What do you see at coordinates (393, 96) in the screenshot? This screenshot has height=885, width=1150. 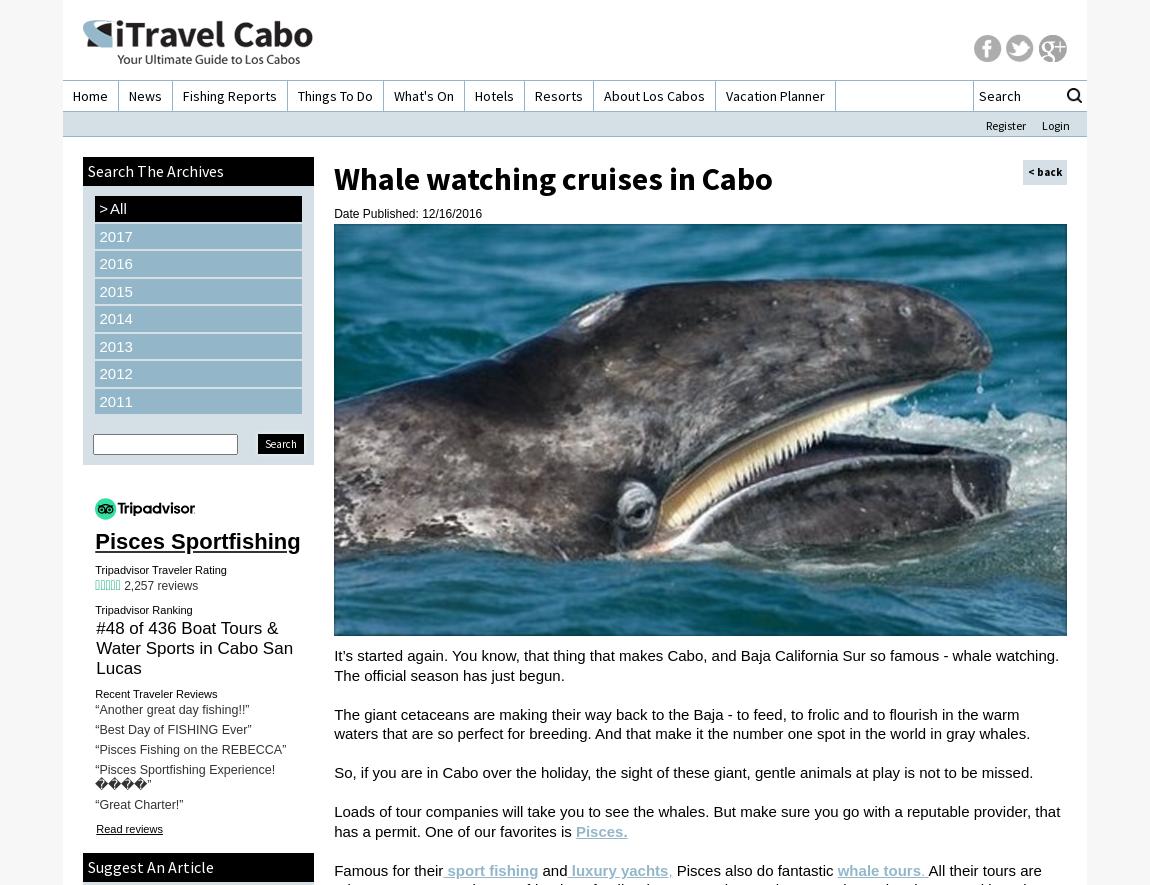 I see `'What's On'` at bounding box center [393, 96].